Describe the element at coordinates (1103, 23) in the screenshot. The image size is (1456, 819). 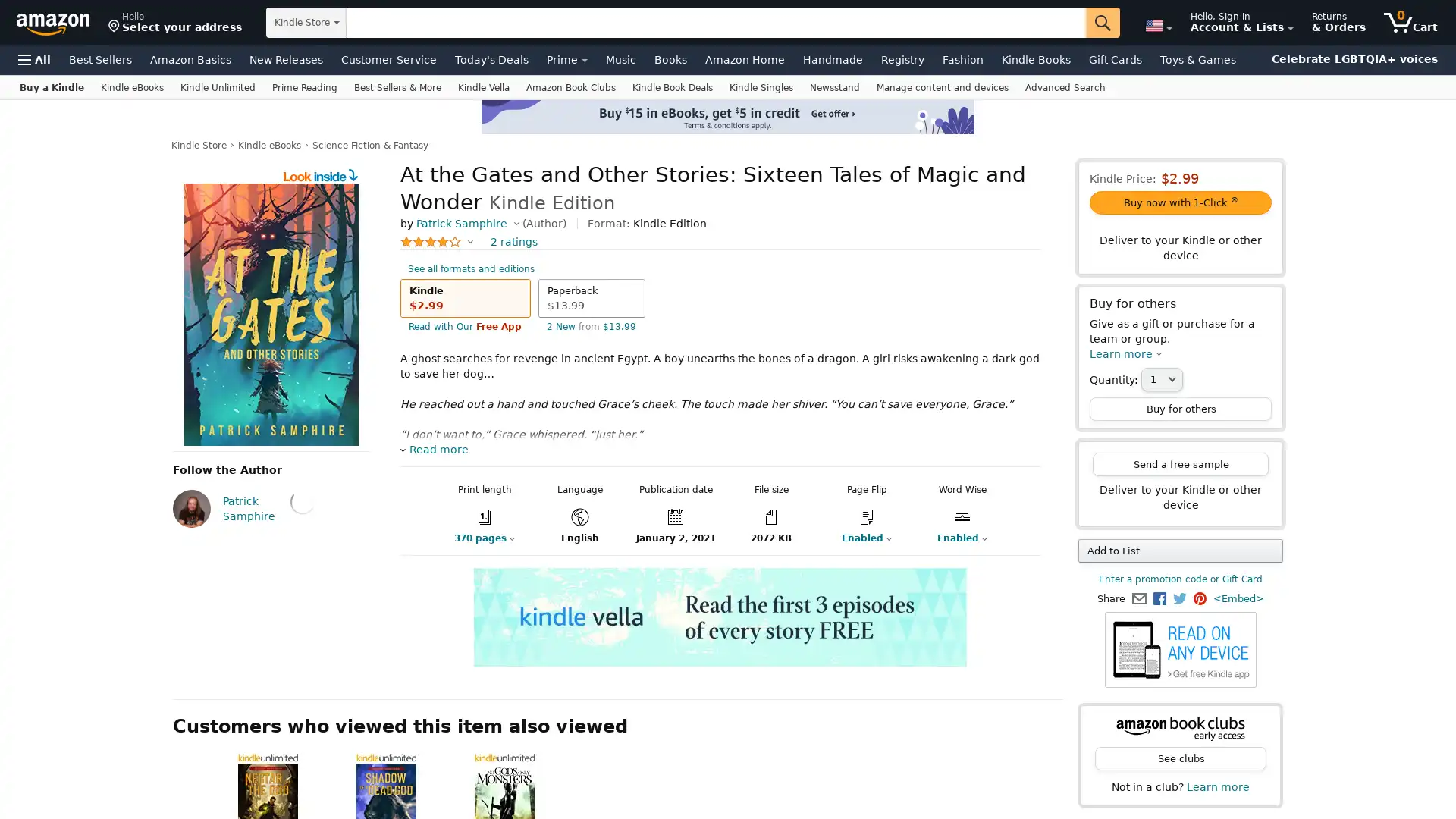
I see `Go` at that location.